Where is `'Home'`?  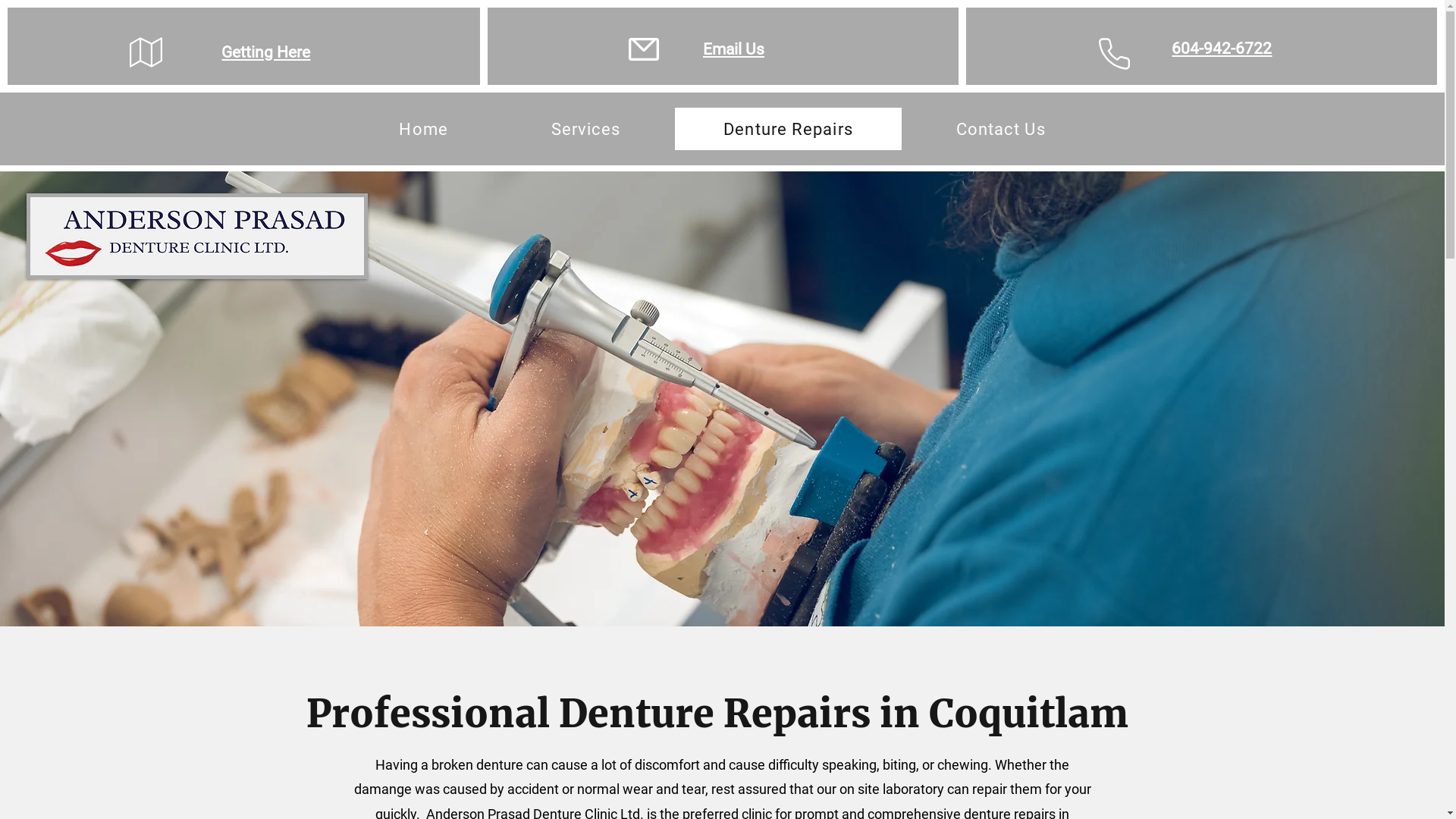
'Home' is located at coordinates (349, 127).